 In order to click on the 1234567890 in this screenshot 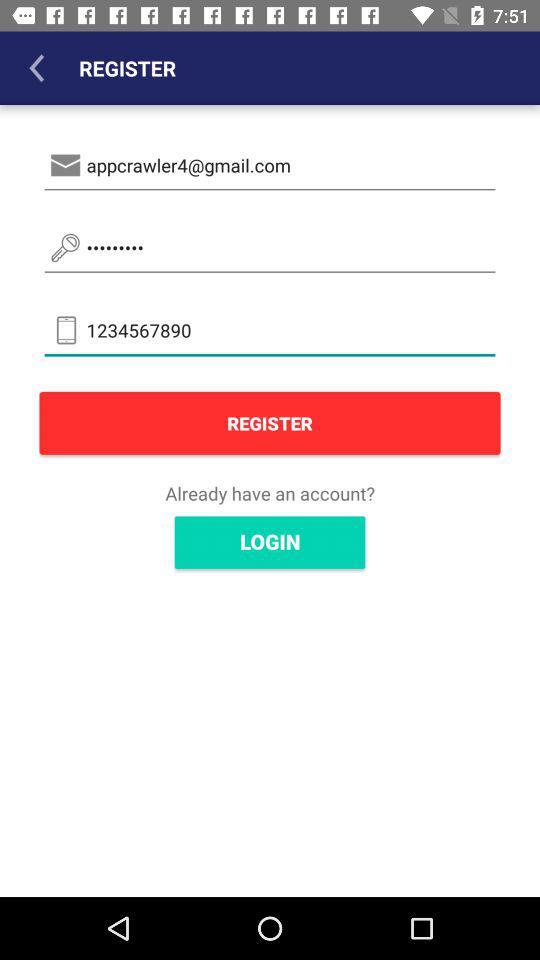, I will do `click(270, 330)`.